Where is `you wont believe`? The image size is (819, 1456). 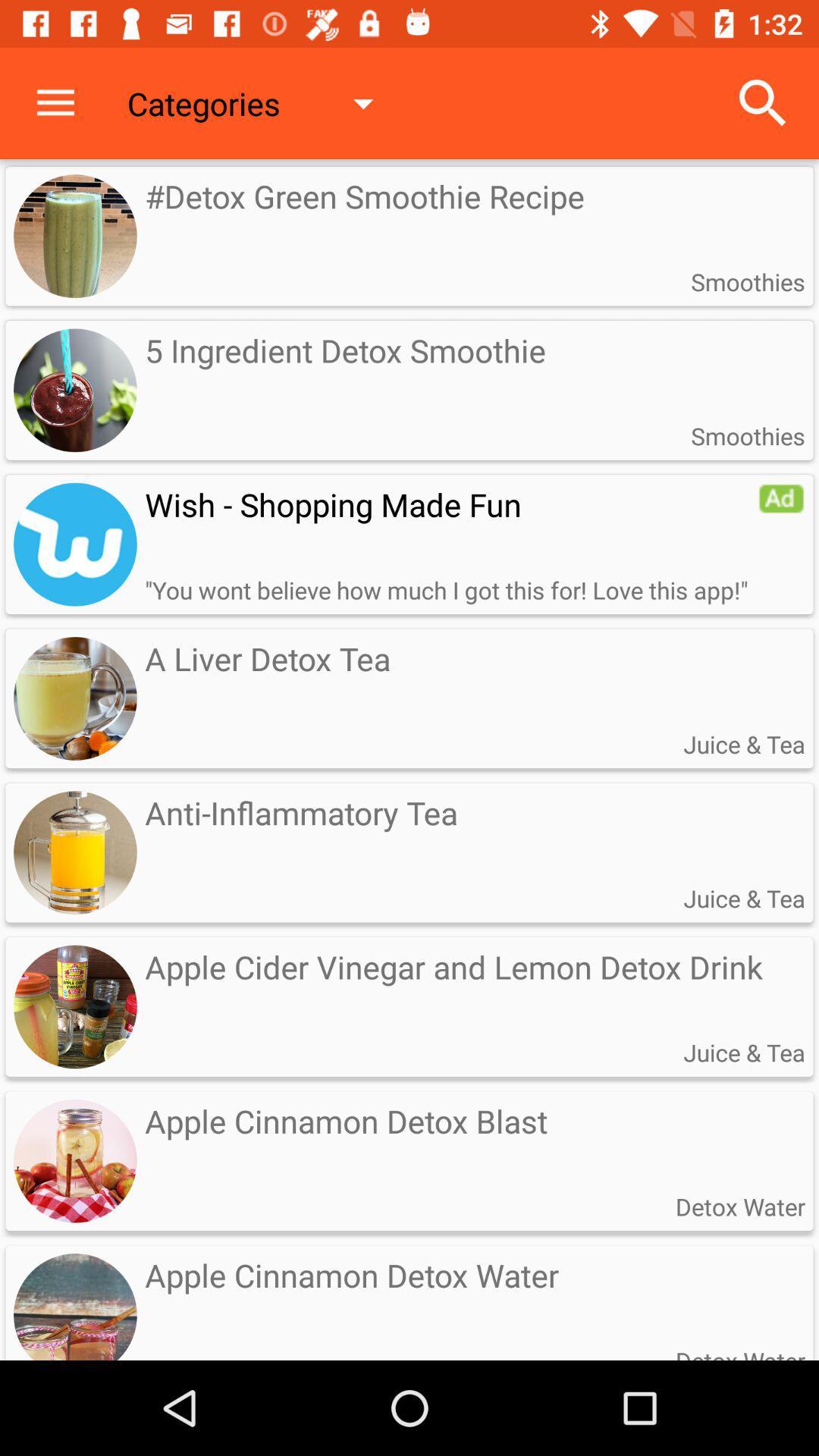
you wont believe is located at coordinates (445, 589).